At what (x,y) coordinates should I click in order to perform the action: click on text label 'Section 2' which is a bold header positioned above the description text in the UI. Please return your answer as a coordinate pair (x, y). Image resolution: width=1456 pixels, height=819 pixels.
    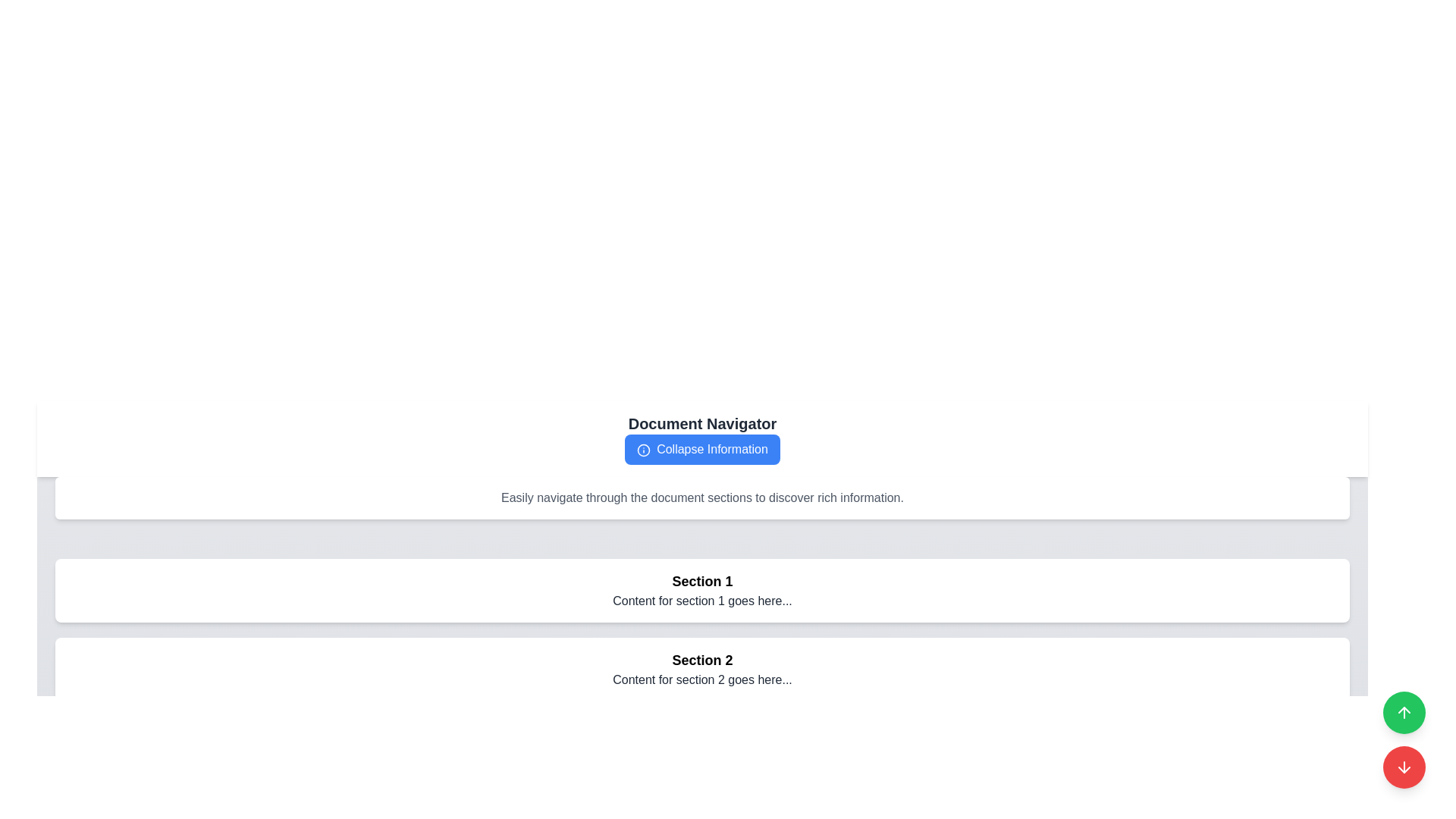
    Looking at the image, I should click on (701, 660).